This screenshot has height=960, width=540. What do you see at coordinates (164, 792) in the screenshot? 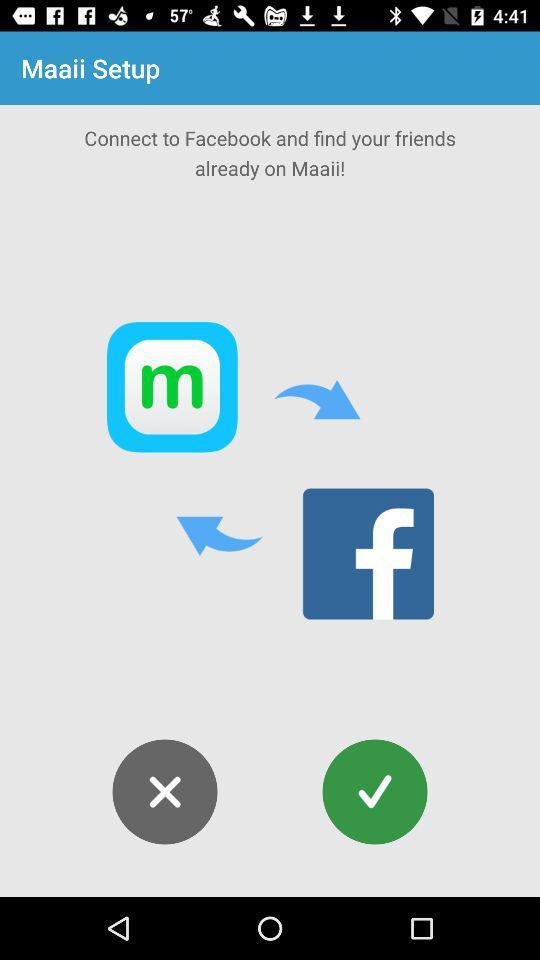
I see `cancel` at bounding box center [164, 792].